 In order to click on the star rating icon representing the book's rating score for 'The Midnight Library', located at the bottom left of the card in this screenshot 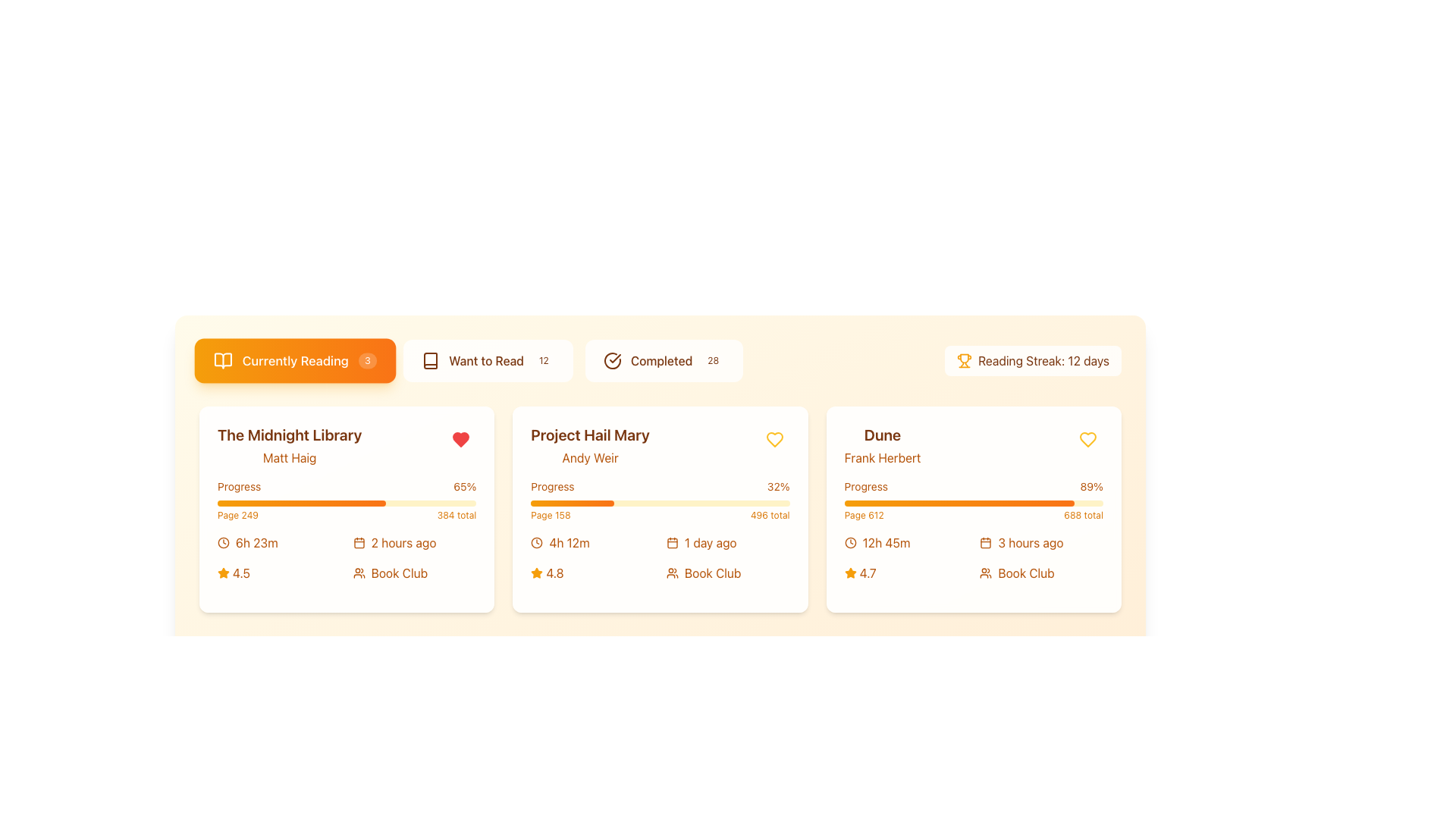, I will do `click(222, 573)`.